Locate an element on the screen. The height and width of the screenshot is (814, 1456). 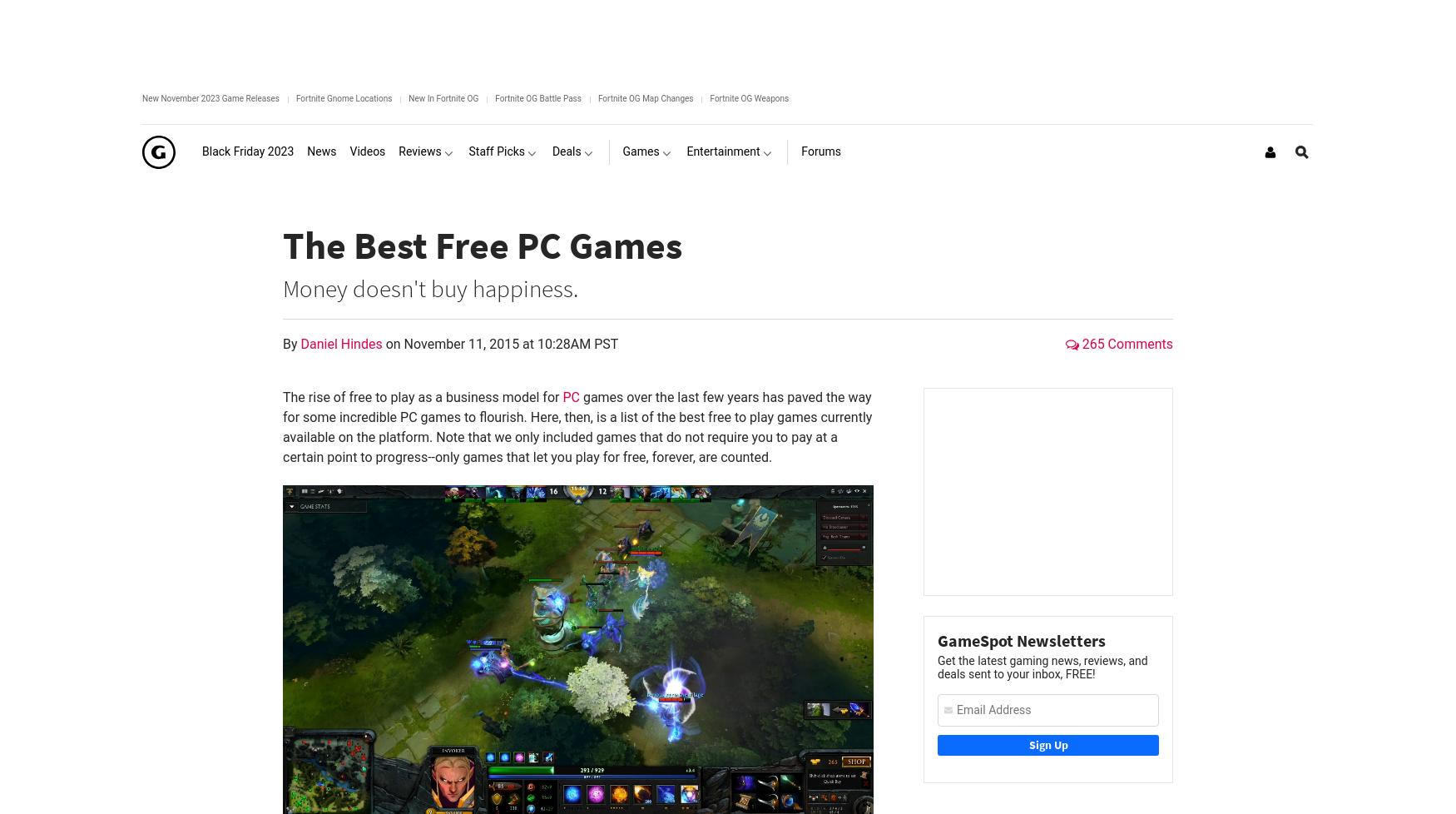
'The Best Free PC Games' is located at coordinates (482, 243).